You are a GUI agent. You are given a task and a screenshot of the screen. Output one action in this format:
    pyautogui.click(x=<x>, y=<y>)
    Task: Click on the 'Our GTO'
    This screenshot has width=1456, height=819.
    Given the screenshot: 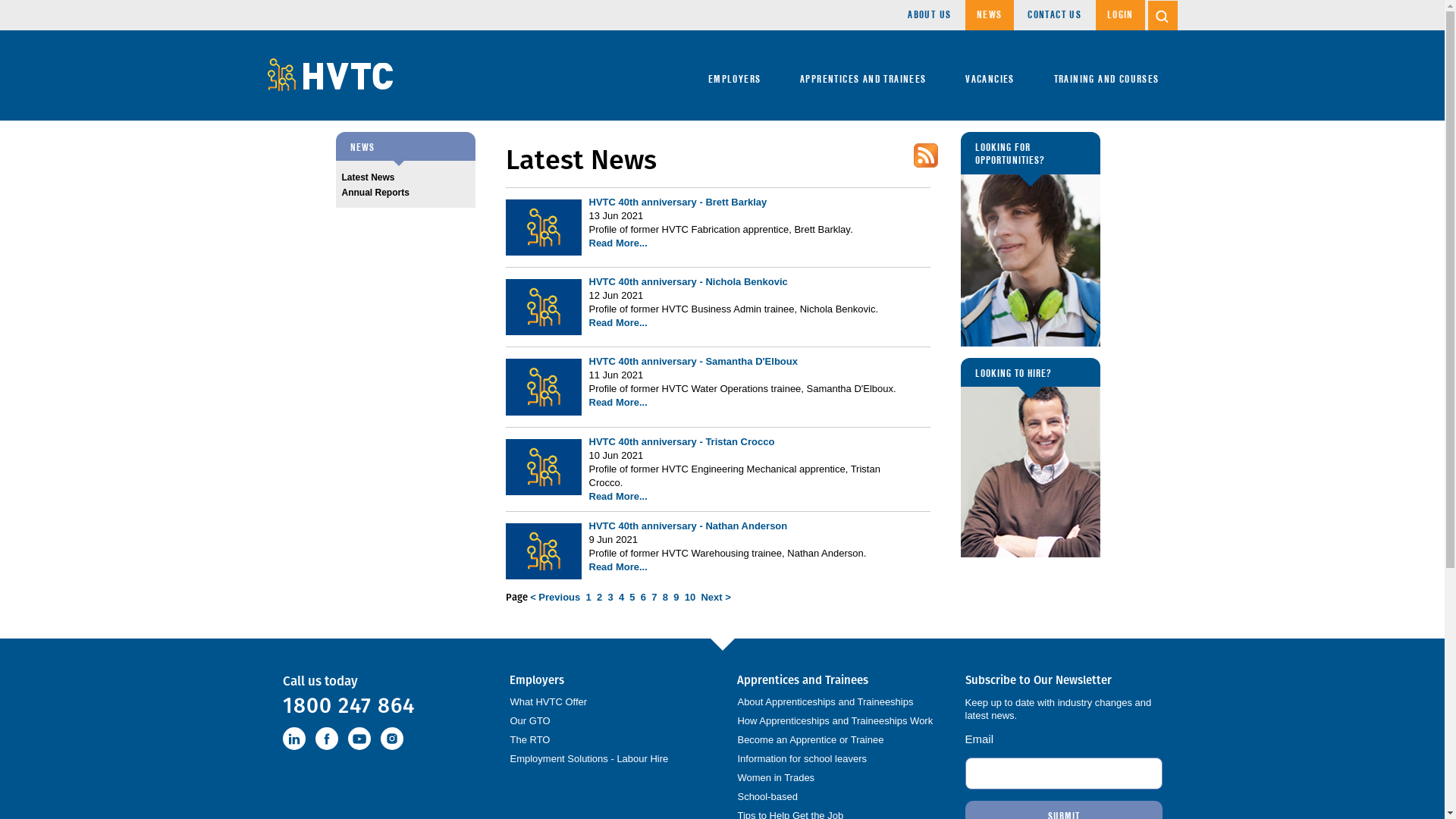 What is the action you would take?
    pyautogui.click(x=510, y=720)
    